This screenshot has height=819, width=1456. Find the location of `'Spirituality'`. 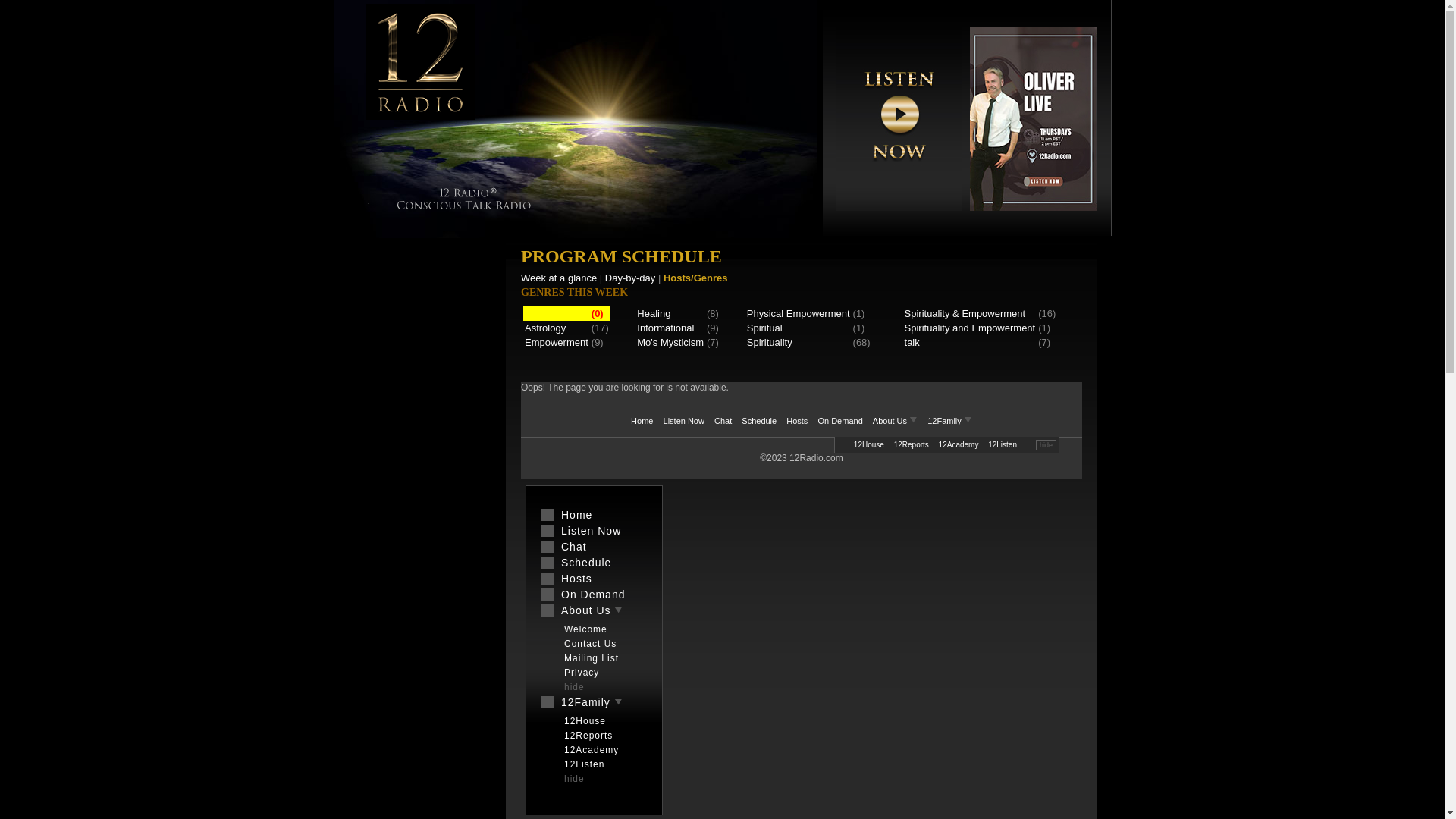

'Spirituality' is located at coordinates (746, 342).